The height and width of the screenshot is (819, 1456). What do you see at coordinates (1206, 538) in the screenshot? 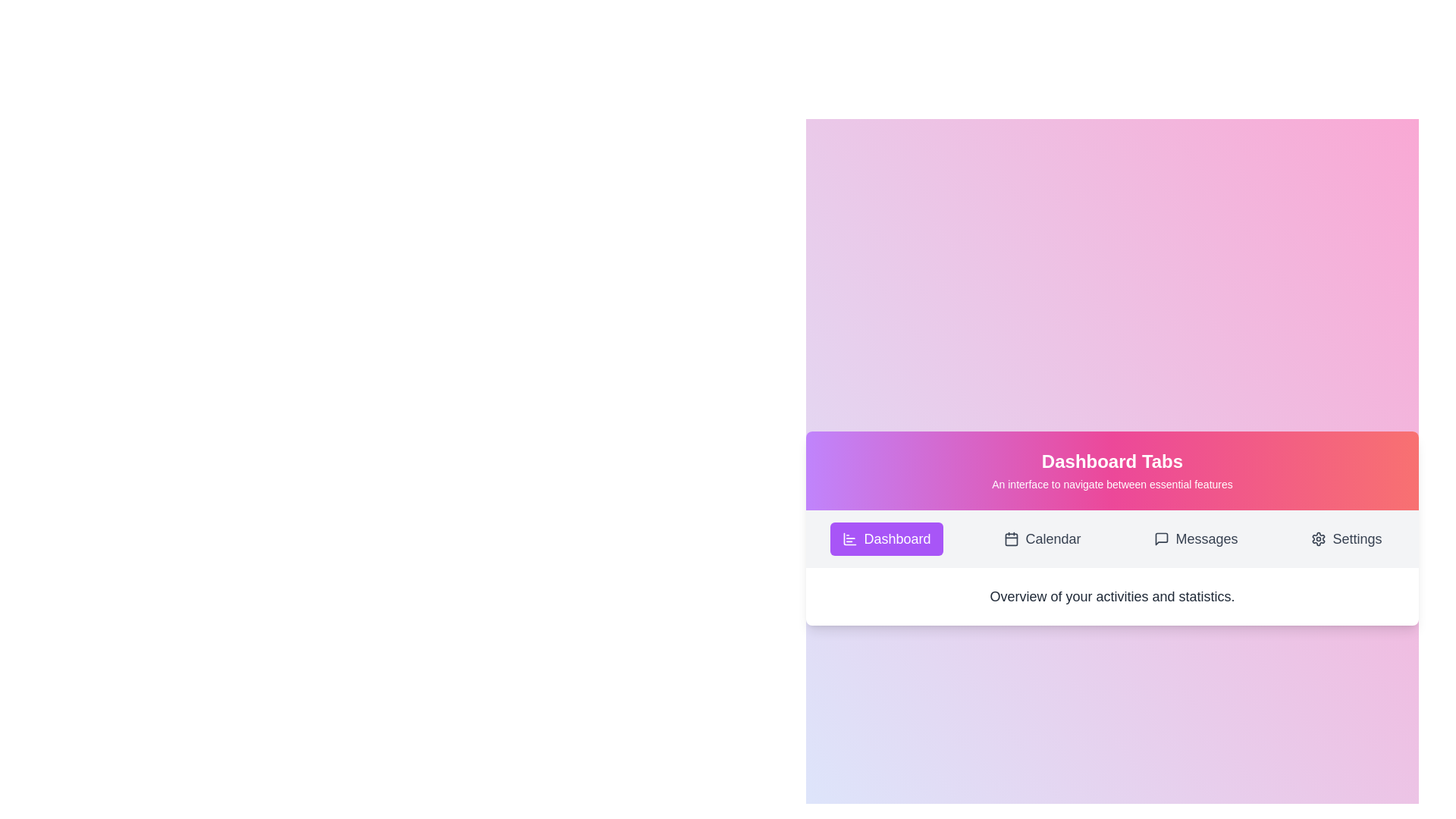
I see `the 'Messages' text label located in the horizontal navigation bar, which indicates the section for messages to the user` at bounding box center [1206, 538].